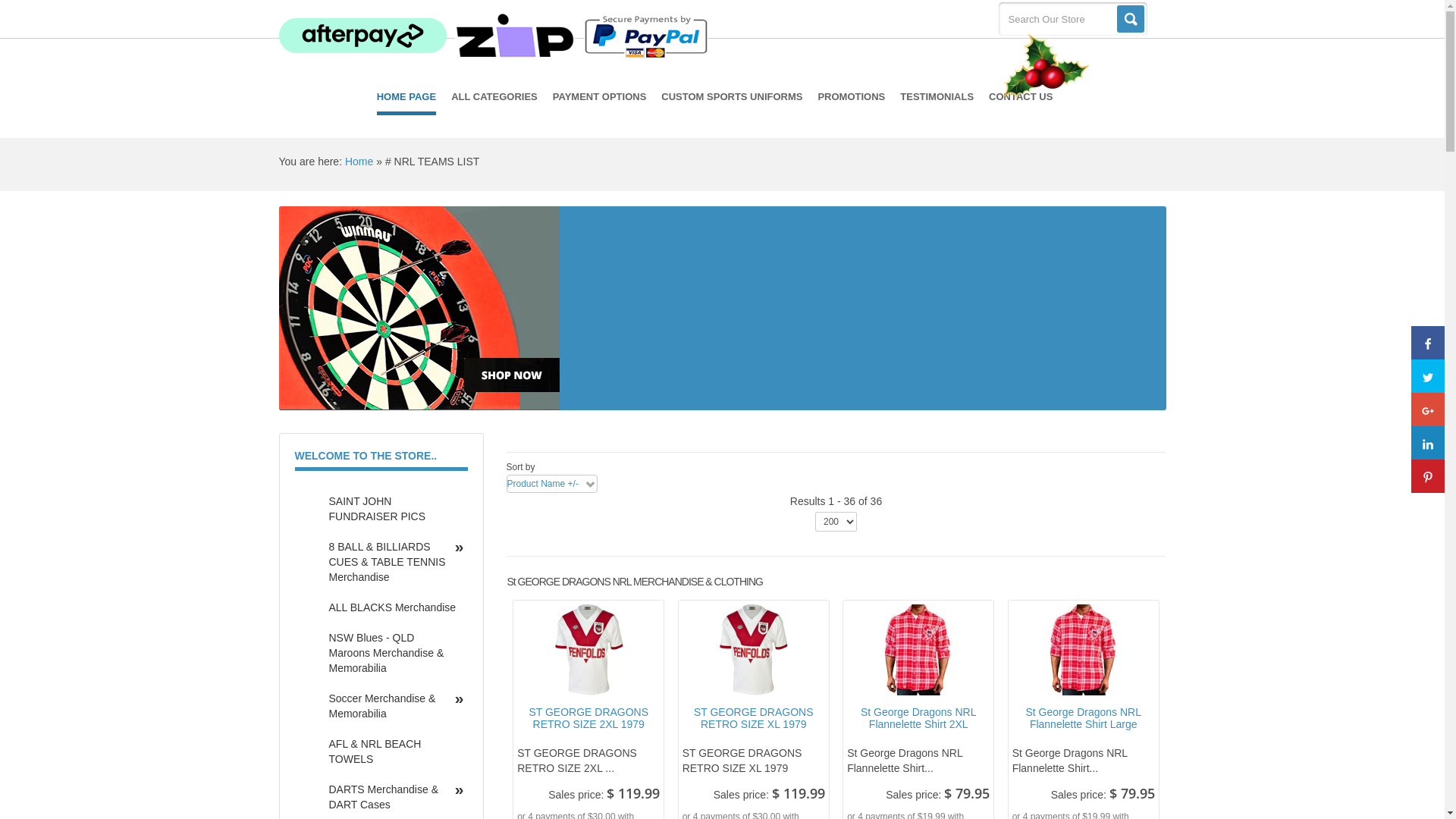  What do you see at coordinates (753, 718) in the screenshot?
I see `'ST GEORGE DRAGONS RETRO SIZE XL 1979'` at bounding box center [753, 718].